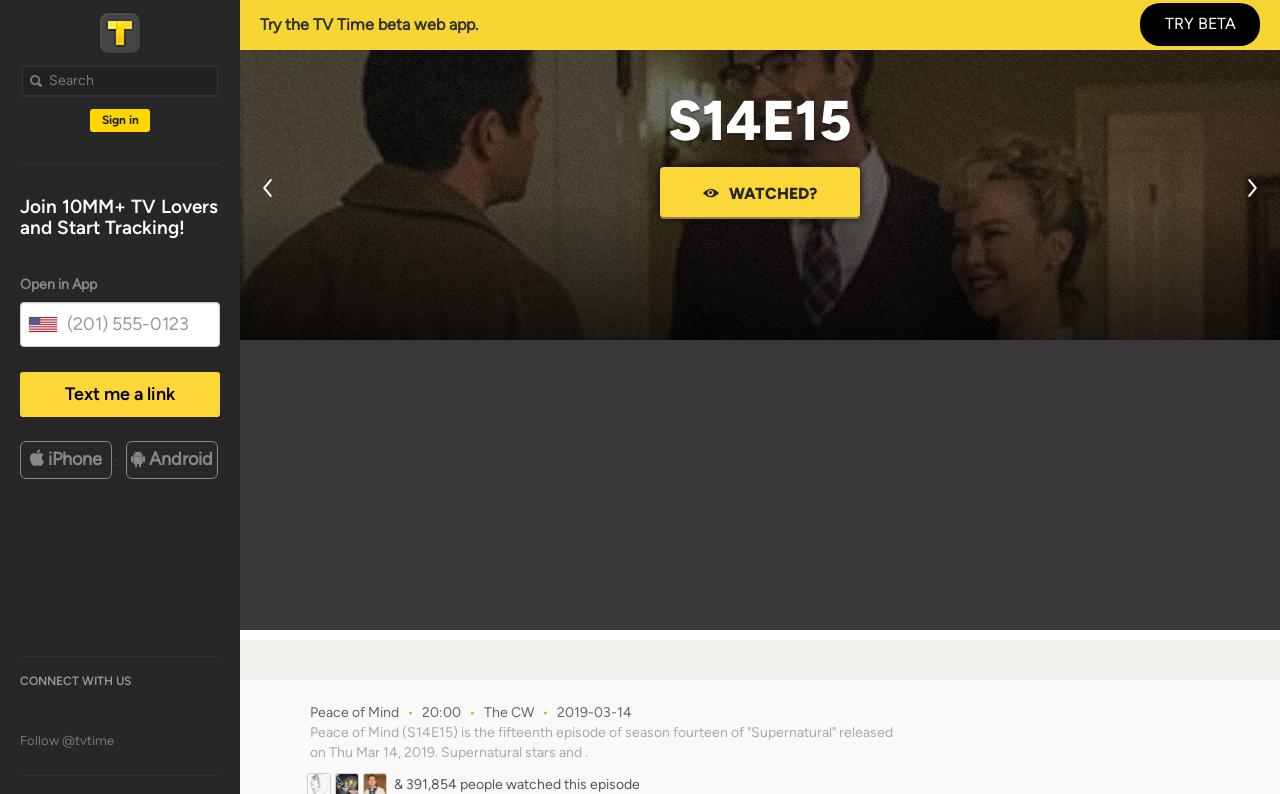 The height and width of the screenshot is (794, 1280). Describe the element at coordinates (759, 120) in the screenshot. I see `'S14E15'` at that location.